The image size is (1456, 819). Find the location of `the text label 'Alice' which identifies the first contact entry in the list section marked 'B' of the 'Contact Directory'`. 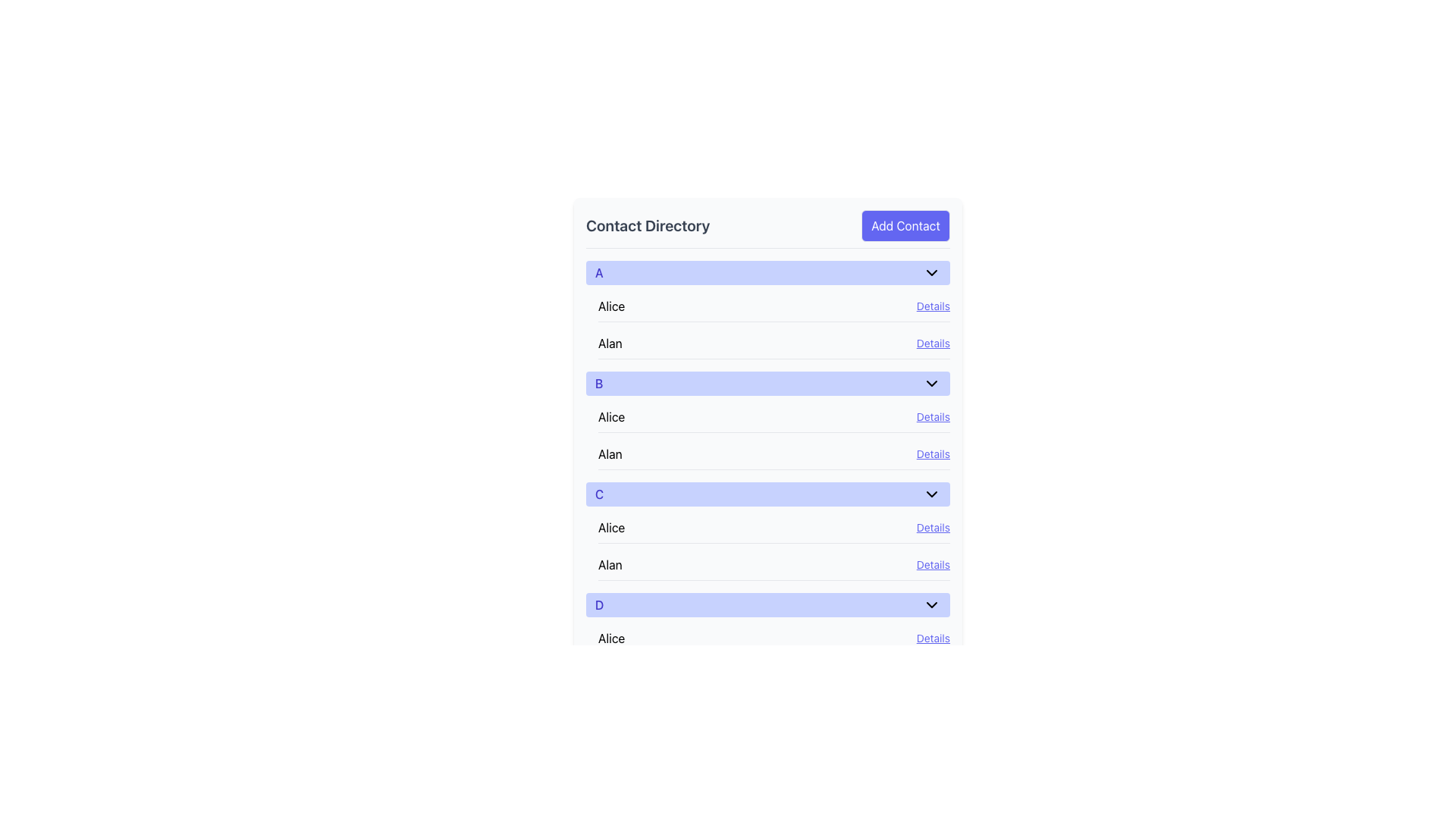

the text label 'Alice' which identifies the first contact entry in the list section marked 'B' of the 'Contact Directory' is located at coordinates (611, 417).